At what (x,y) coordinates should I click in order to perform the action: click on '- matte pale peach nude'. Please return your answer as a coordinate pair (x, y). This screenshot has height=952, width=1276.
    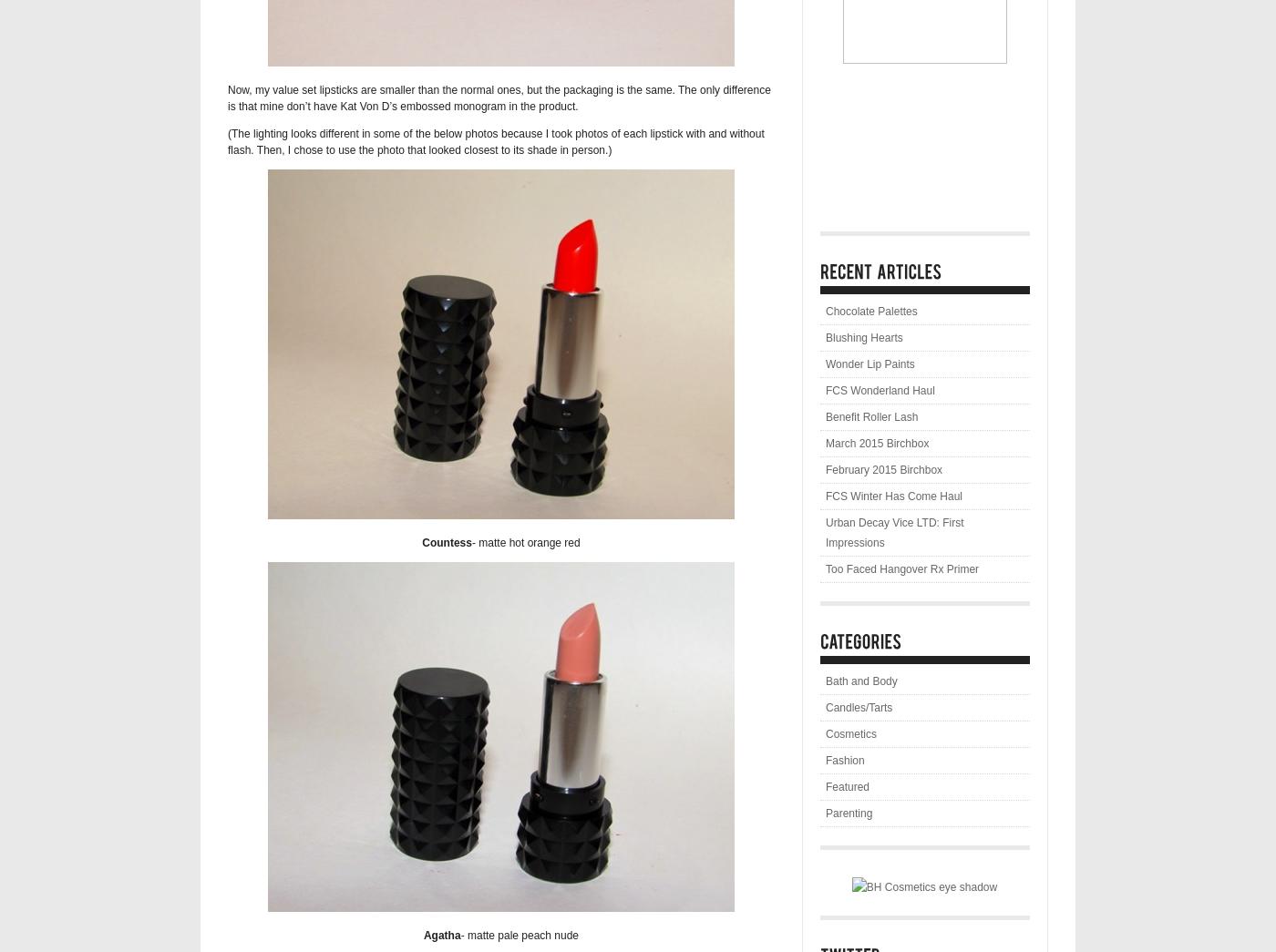
    Looking at the image, I should click on (519, 936).